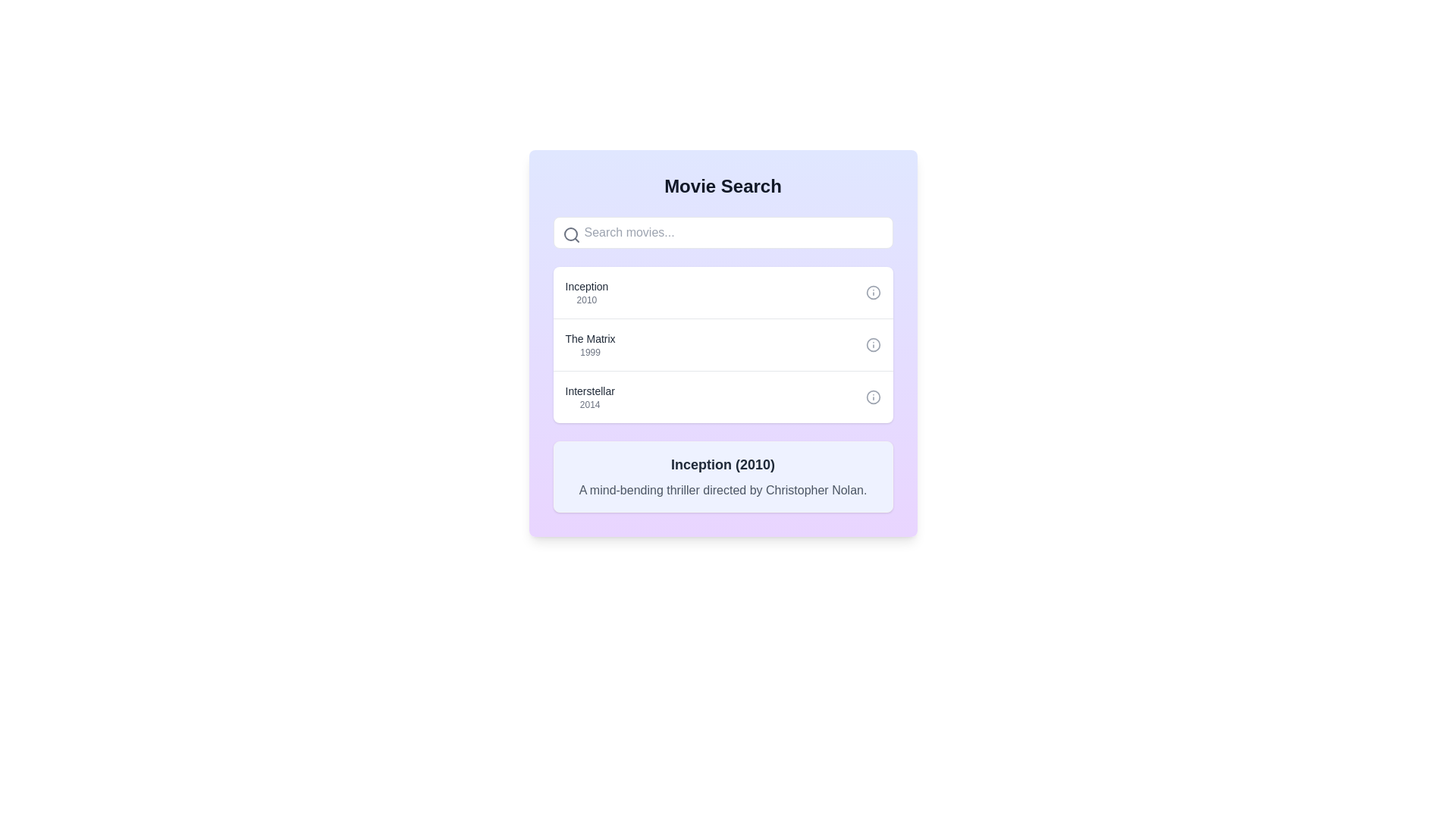  Describe the element at coordinates (873, 292) in the screenshot. I see `the gray circular outline of the SVG Circle` at that location.